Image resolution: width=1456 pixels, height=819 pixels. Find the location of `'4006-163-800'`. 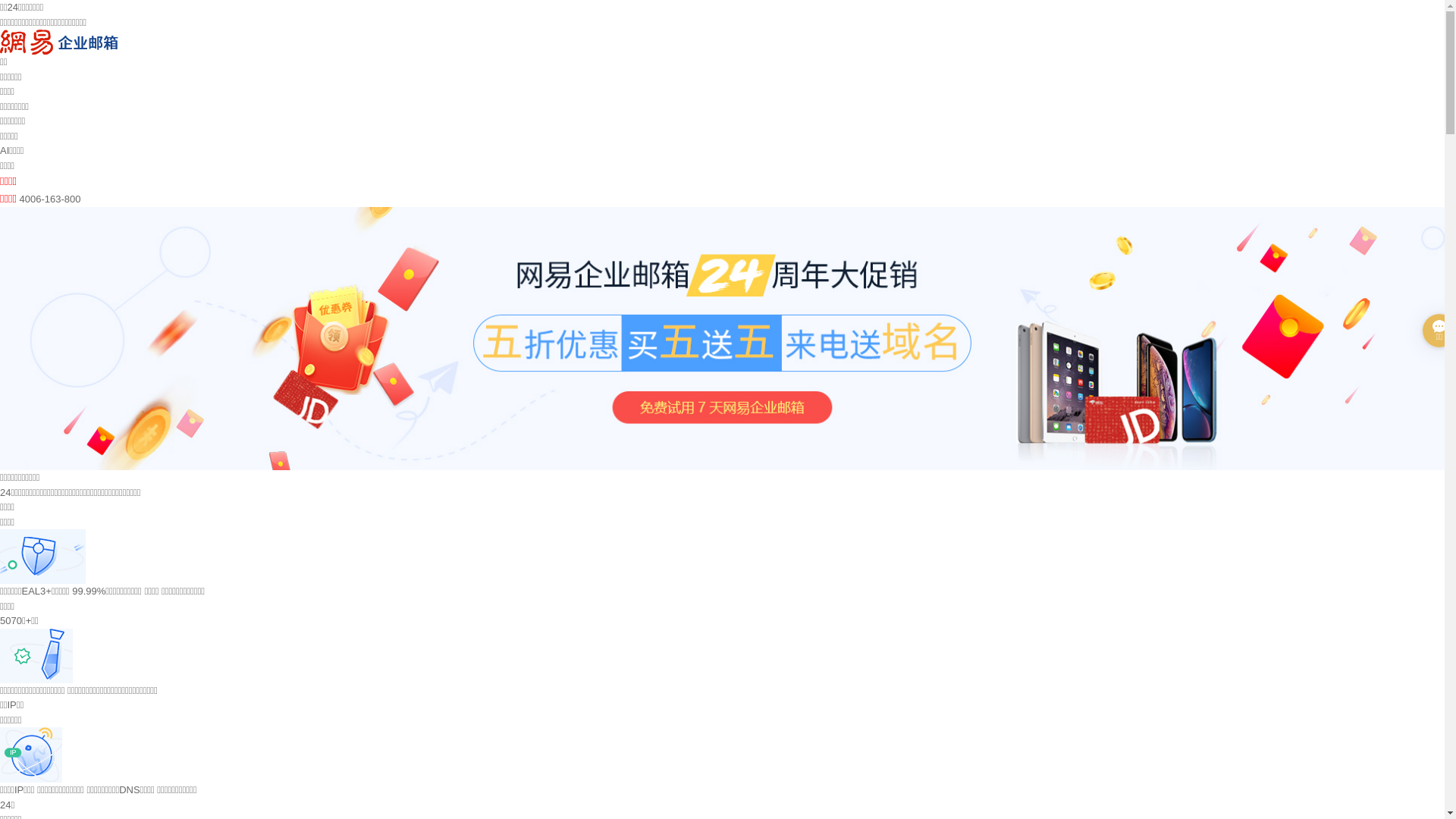

'4006-163-800' is located at coordinates (50, 197).